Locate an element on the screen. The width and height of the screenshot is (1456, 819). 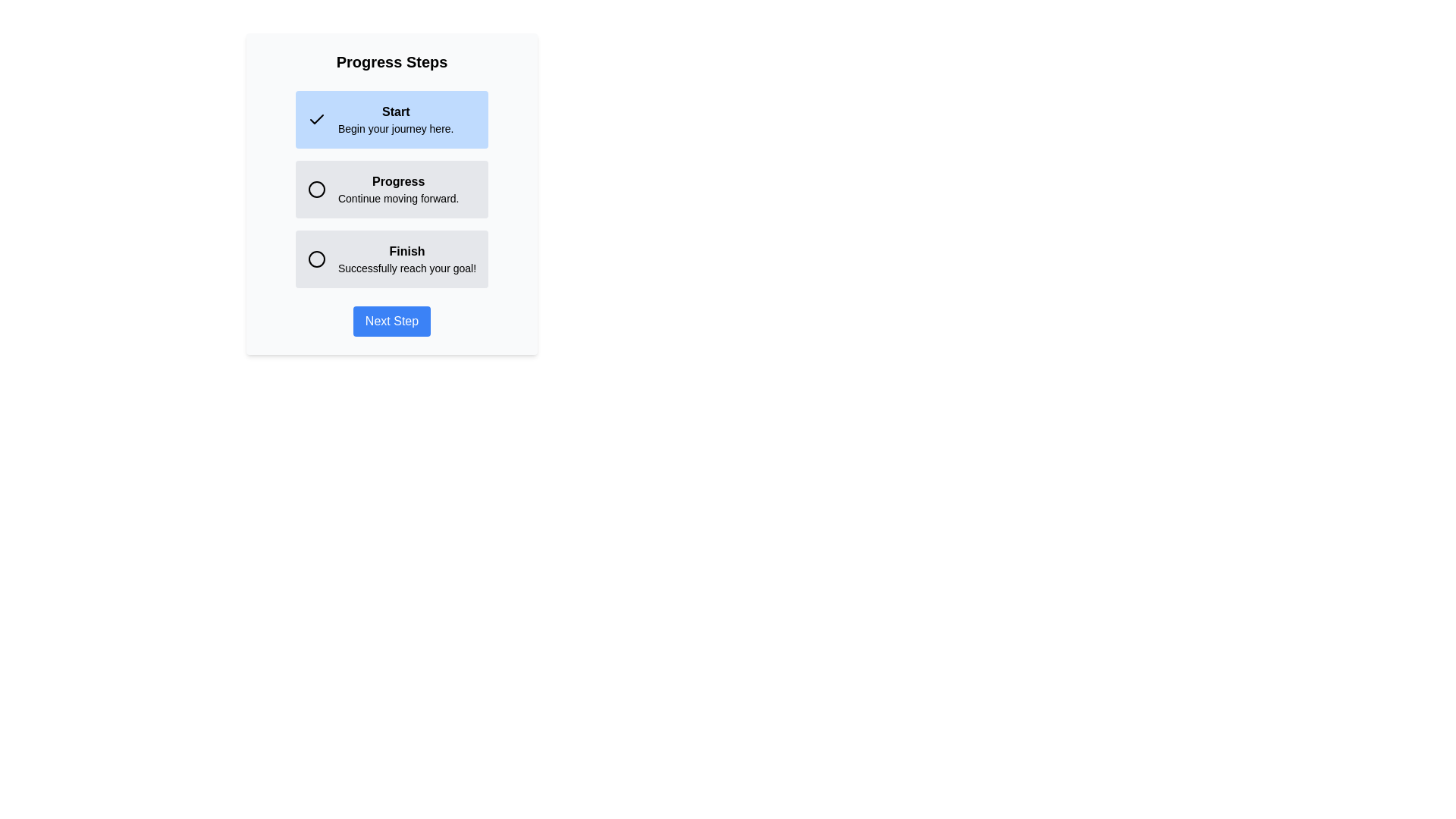
text content of the Text block indicating the current progress step titled 'Start', which includes a header and subtext is located at coordinates (396, 119).